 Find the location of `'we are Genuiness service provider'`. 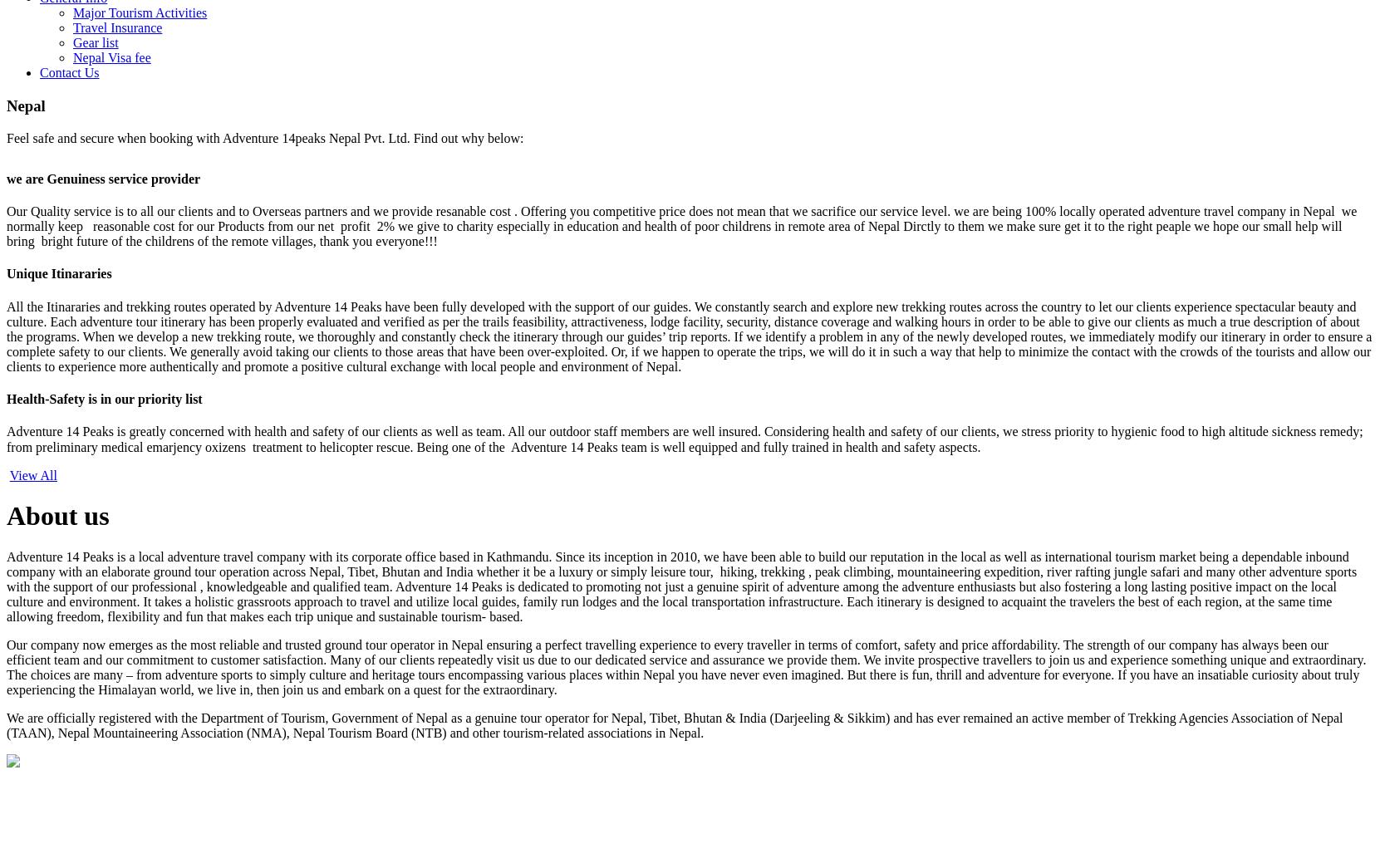

'we are Genuiness service provider' is located at coordinates (103, 178).